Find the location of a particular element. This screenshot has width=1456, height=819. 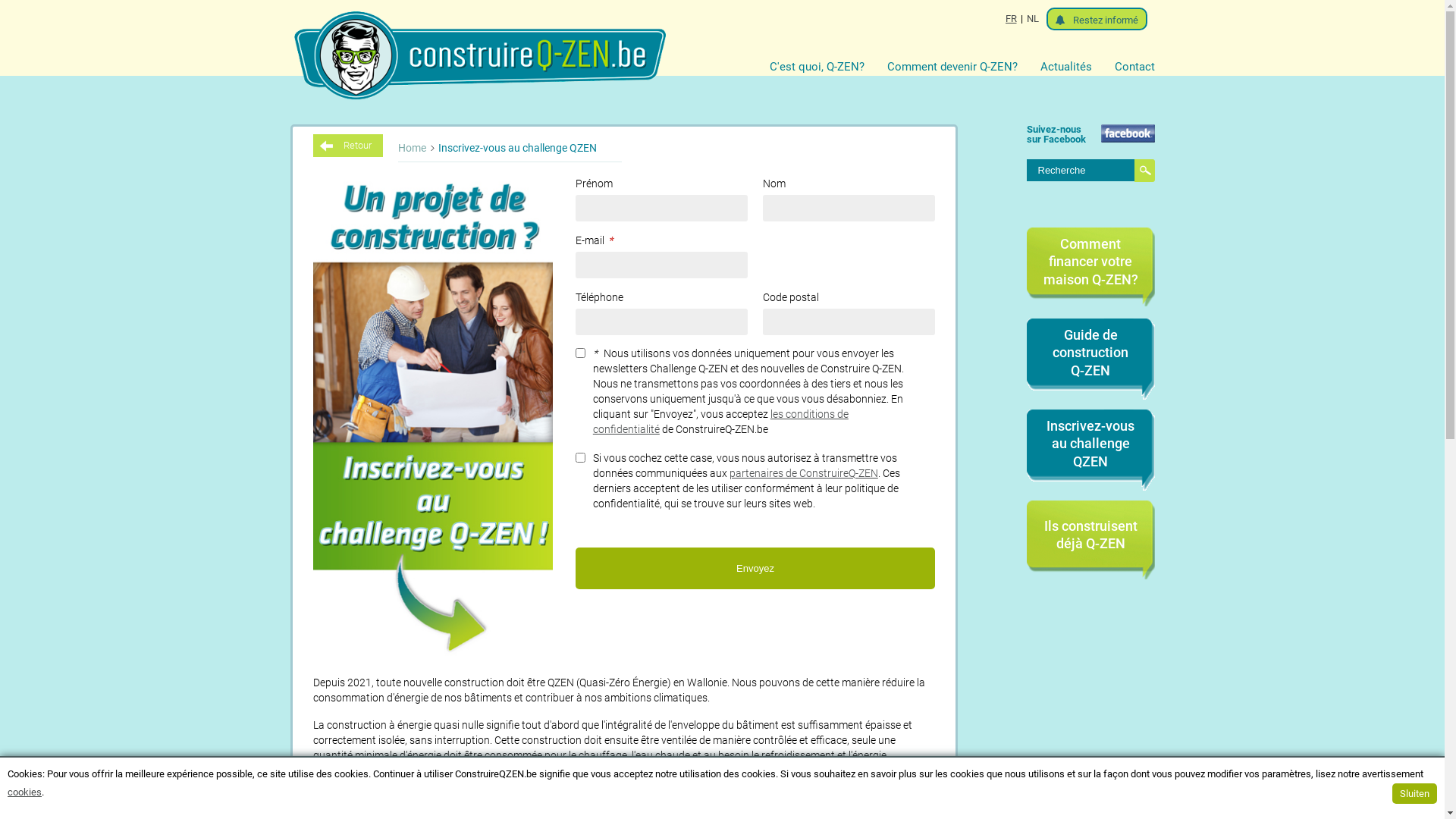

'partenaires de ConstruireQ-ZEN' is located at coordinates (803, 472).